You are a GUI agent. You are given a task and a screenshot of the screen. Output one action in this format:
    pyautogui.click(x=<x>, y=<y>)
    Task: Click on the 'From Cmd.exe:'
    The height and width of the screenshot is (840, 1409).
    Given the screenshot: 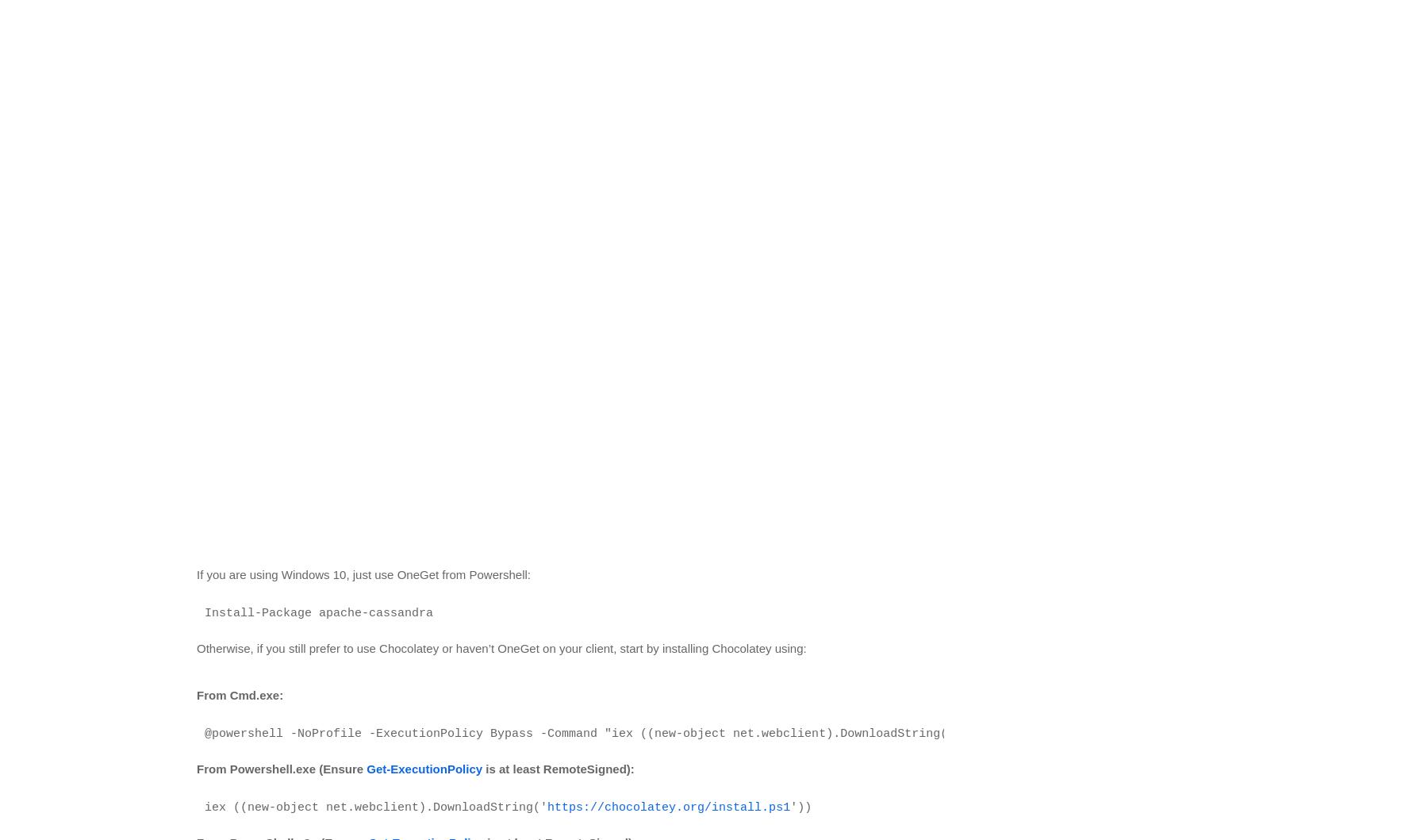 What is the action you would take?
    pyautogui.click(x=239, y=694)
    